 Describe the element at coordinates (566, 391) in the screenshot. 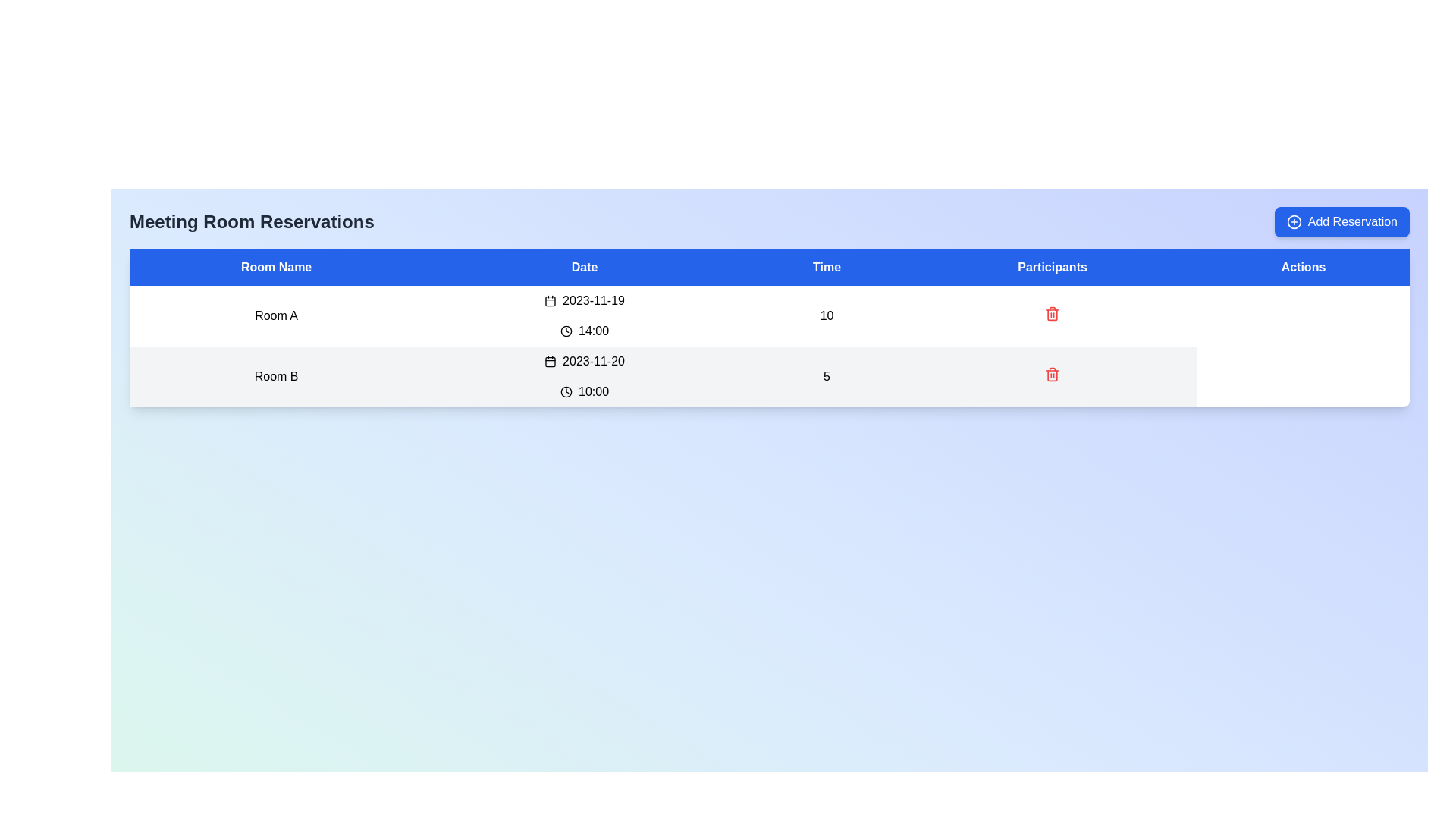

I see `the clock icon located in the second row of the table under the 'Time' column, adjacent to the '10:00' timestamp text` at that location.